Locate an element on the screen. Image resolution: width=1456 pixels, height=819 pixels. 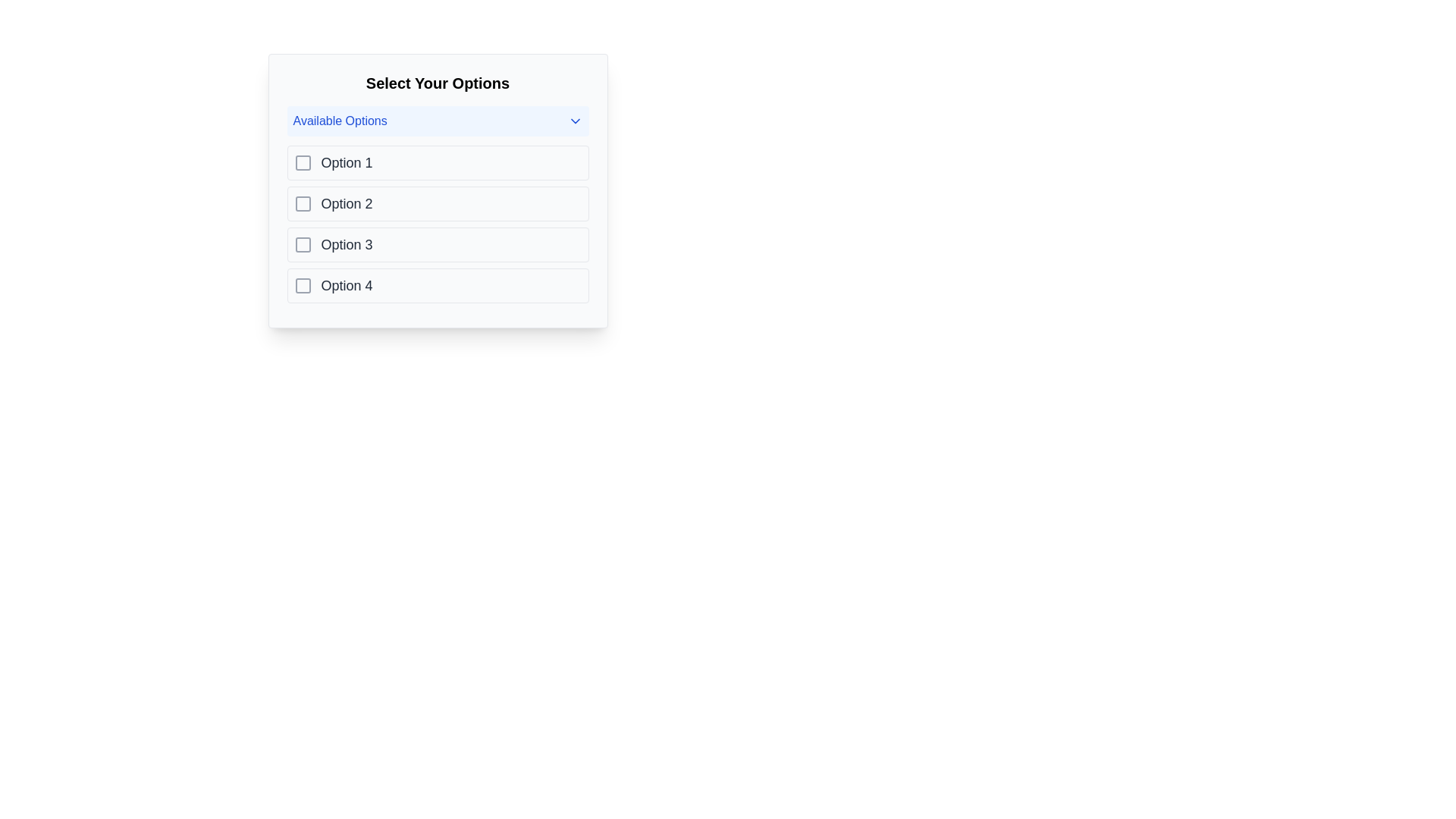
the checkbox labeled 'Option 4' is located at coordinates (437, 286).